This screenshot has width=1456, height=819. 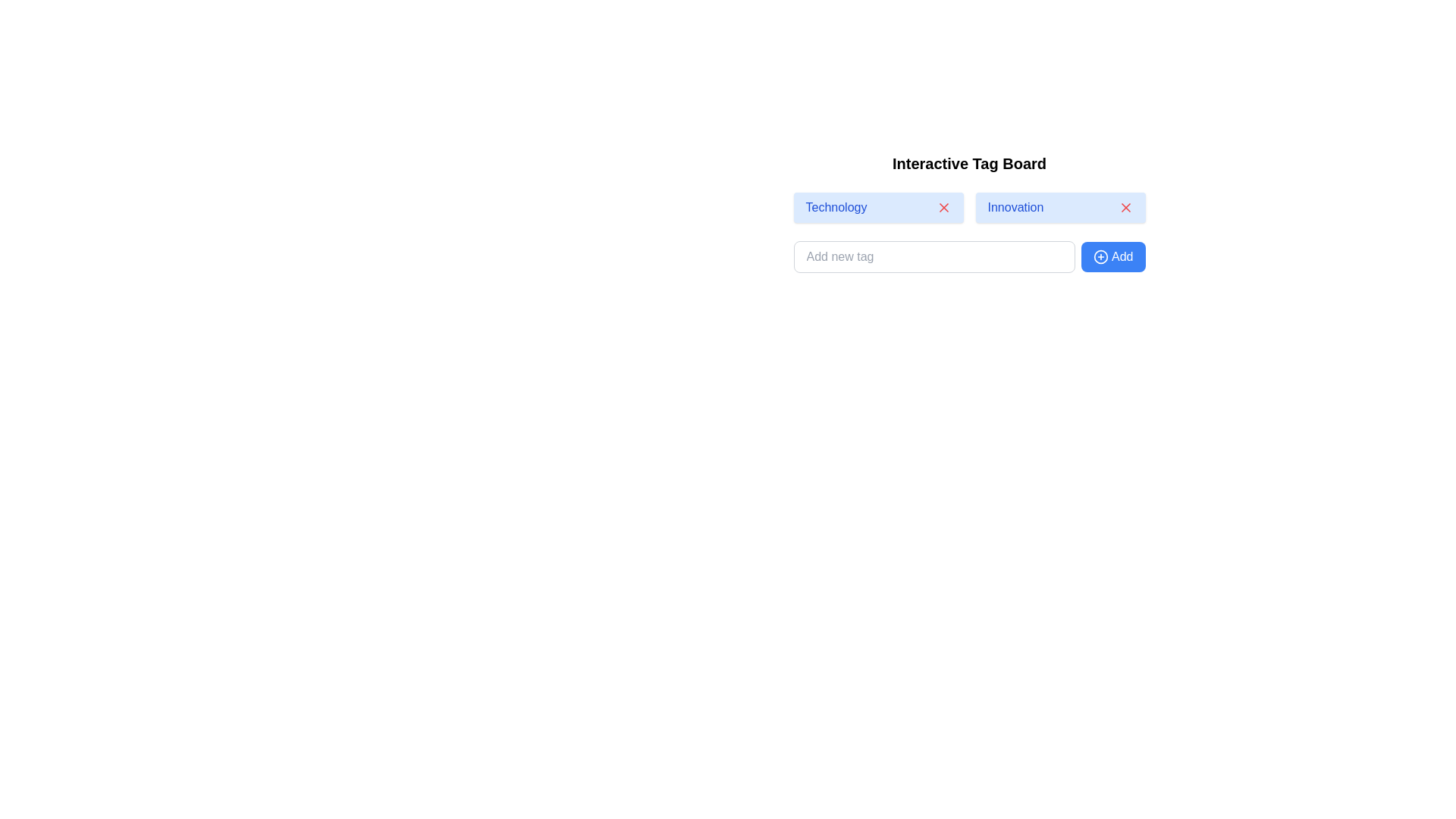 I want to click on the blue button located in the bottom-right section of the 'Interactive Tag Board' interface that contains the text label for the 'Add' action, so click(x=1122, y=256).